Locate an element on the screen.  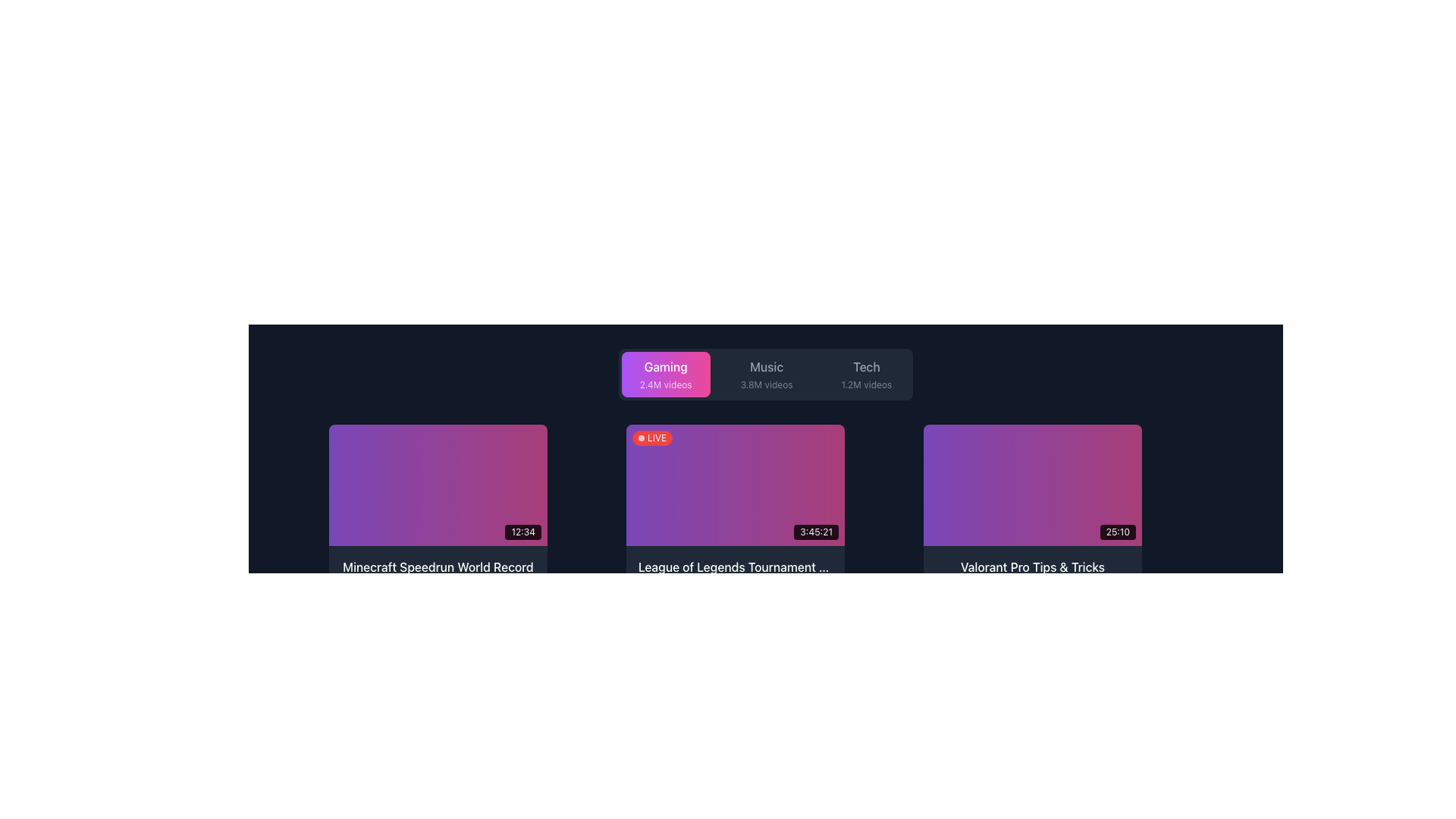
the second video thumbnail background element, which serves as a visual cue for ongoing content is located at coordinates (735, 485).